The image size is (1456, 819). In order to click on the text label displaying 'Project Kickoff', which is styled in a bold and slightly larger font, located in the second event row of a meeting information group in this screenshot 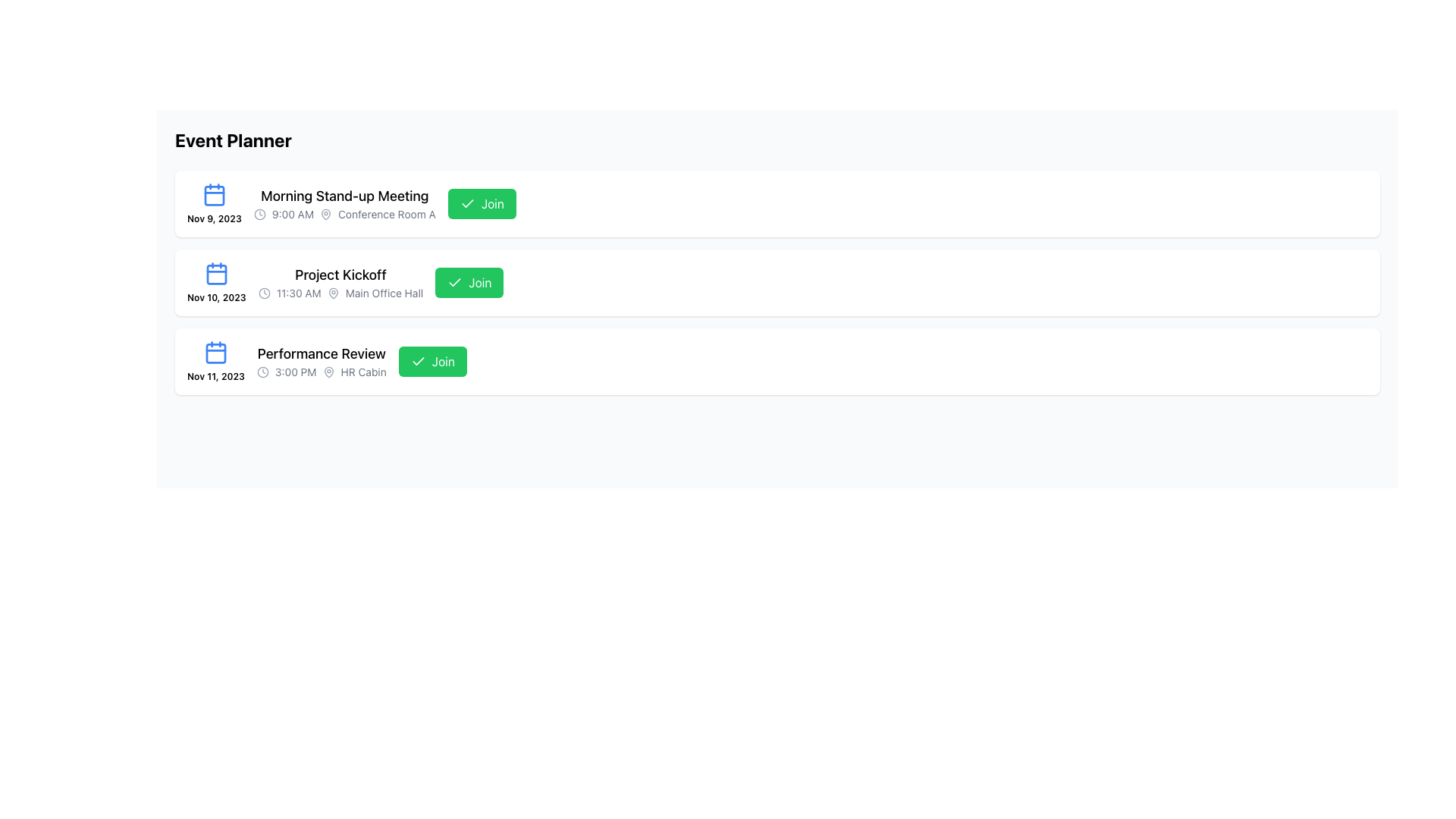, I will do `click(340, 275)`.